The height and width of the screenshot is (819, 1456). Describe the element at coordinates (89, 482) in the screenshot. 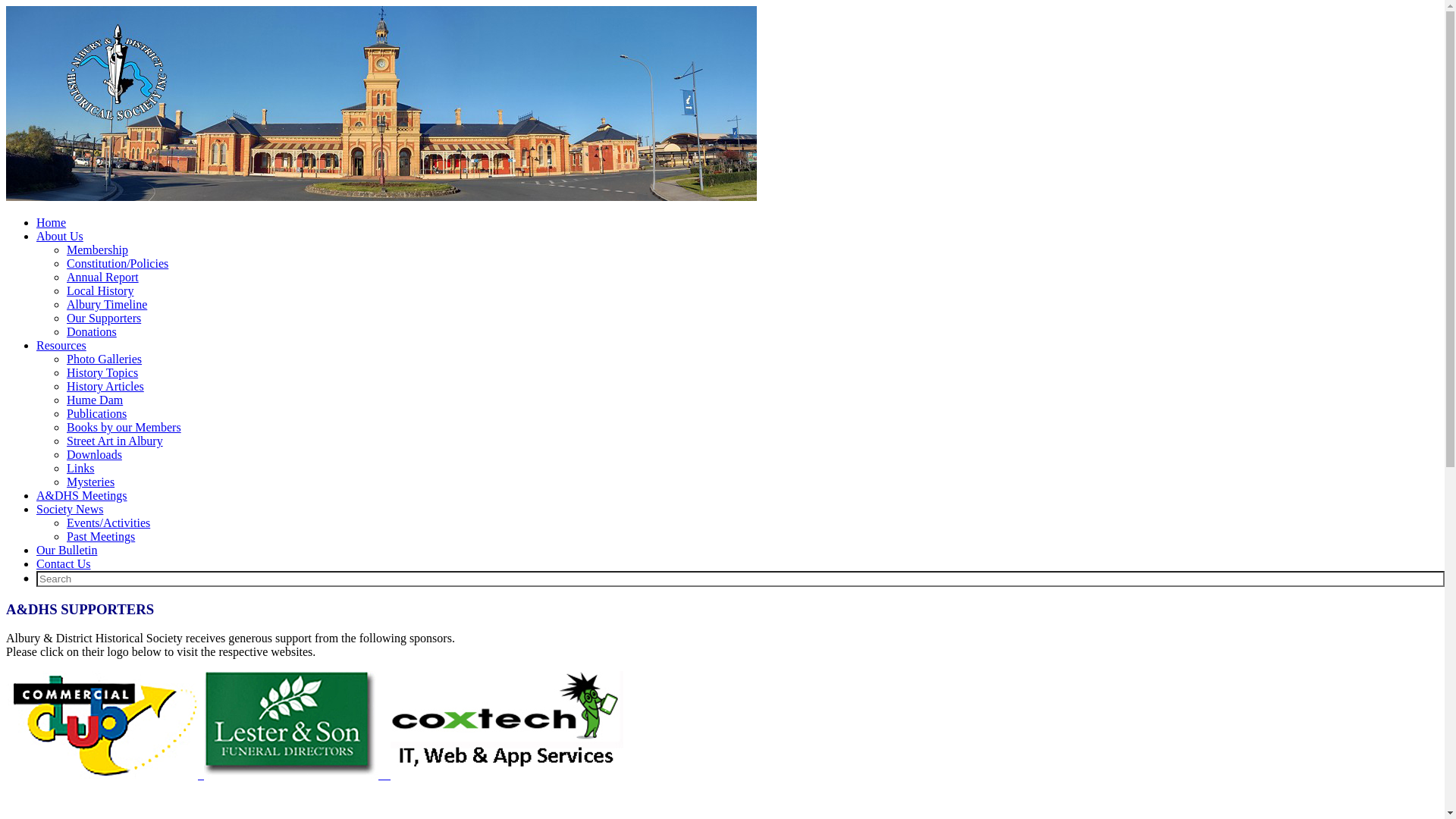

I see `'Mysteries'` at that location.